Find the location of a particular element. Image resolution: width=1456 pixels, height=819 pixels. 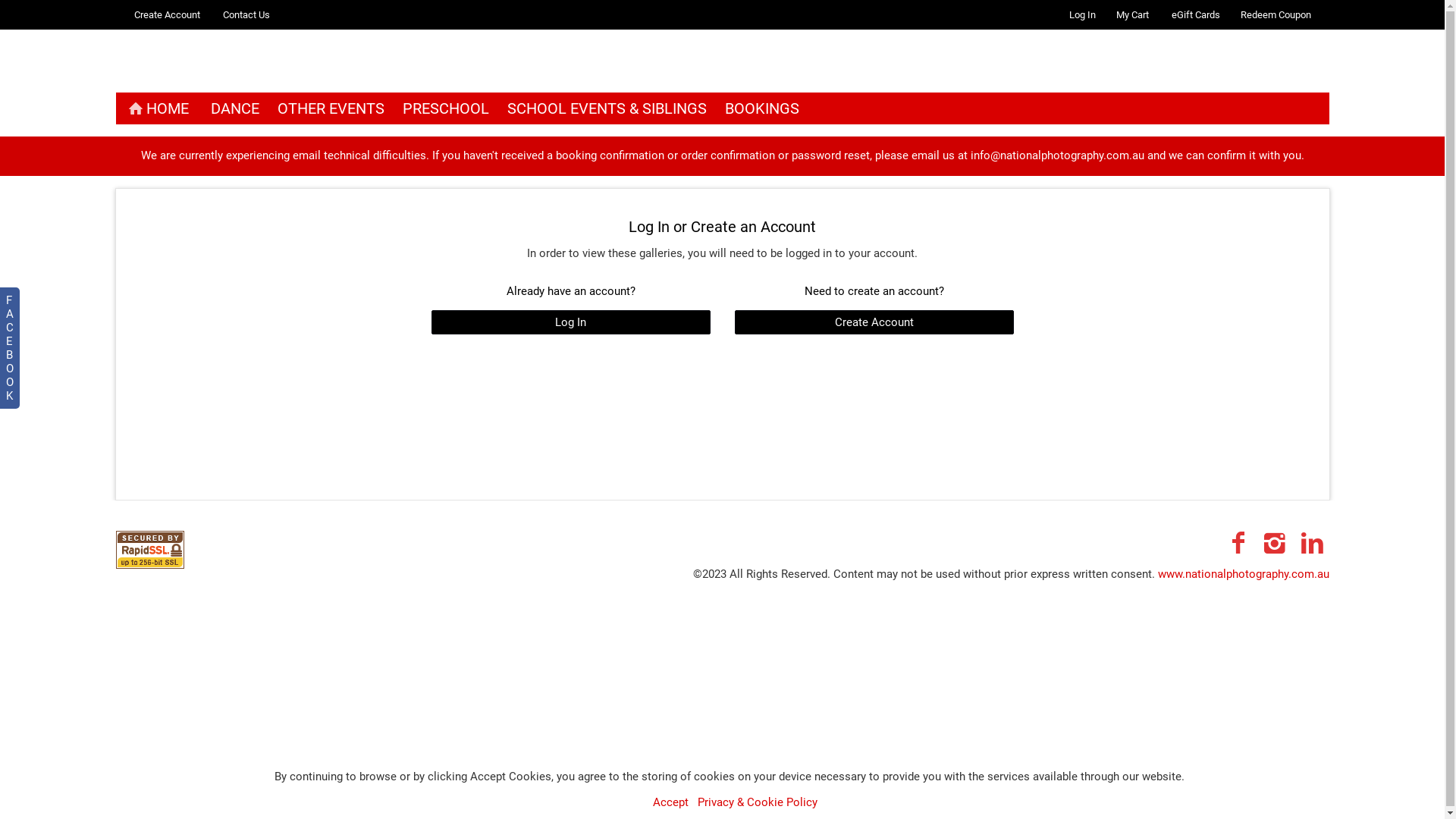

'eGift Cards' is located at coordinates (1170, 14).